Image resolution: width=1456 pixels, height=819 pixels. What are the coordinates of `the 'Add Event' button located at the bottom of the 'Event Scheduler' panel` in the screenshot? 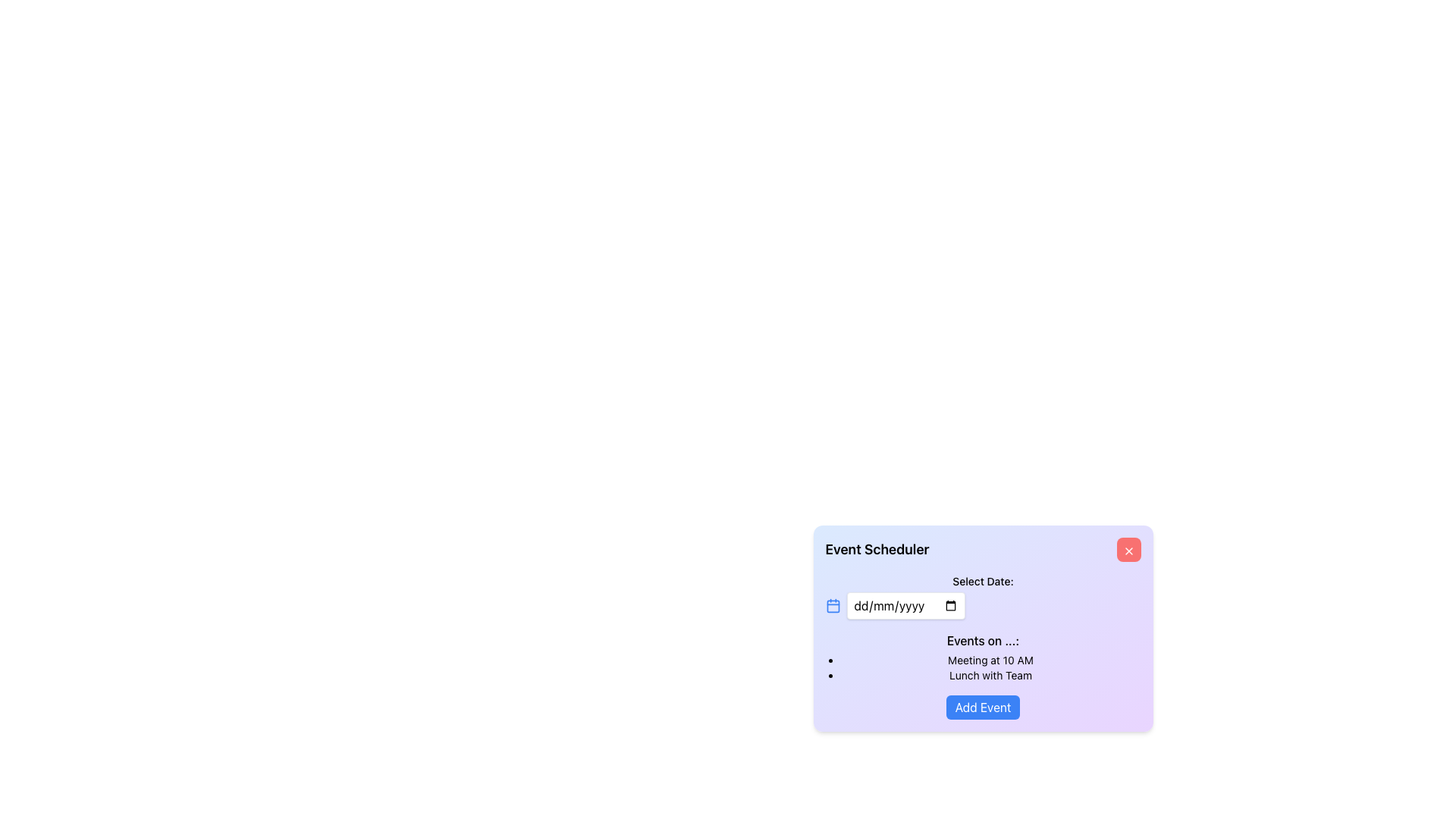 It's located at (983, 708).